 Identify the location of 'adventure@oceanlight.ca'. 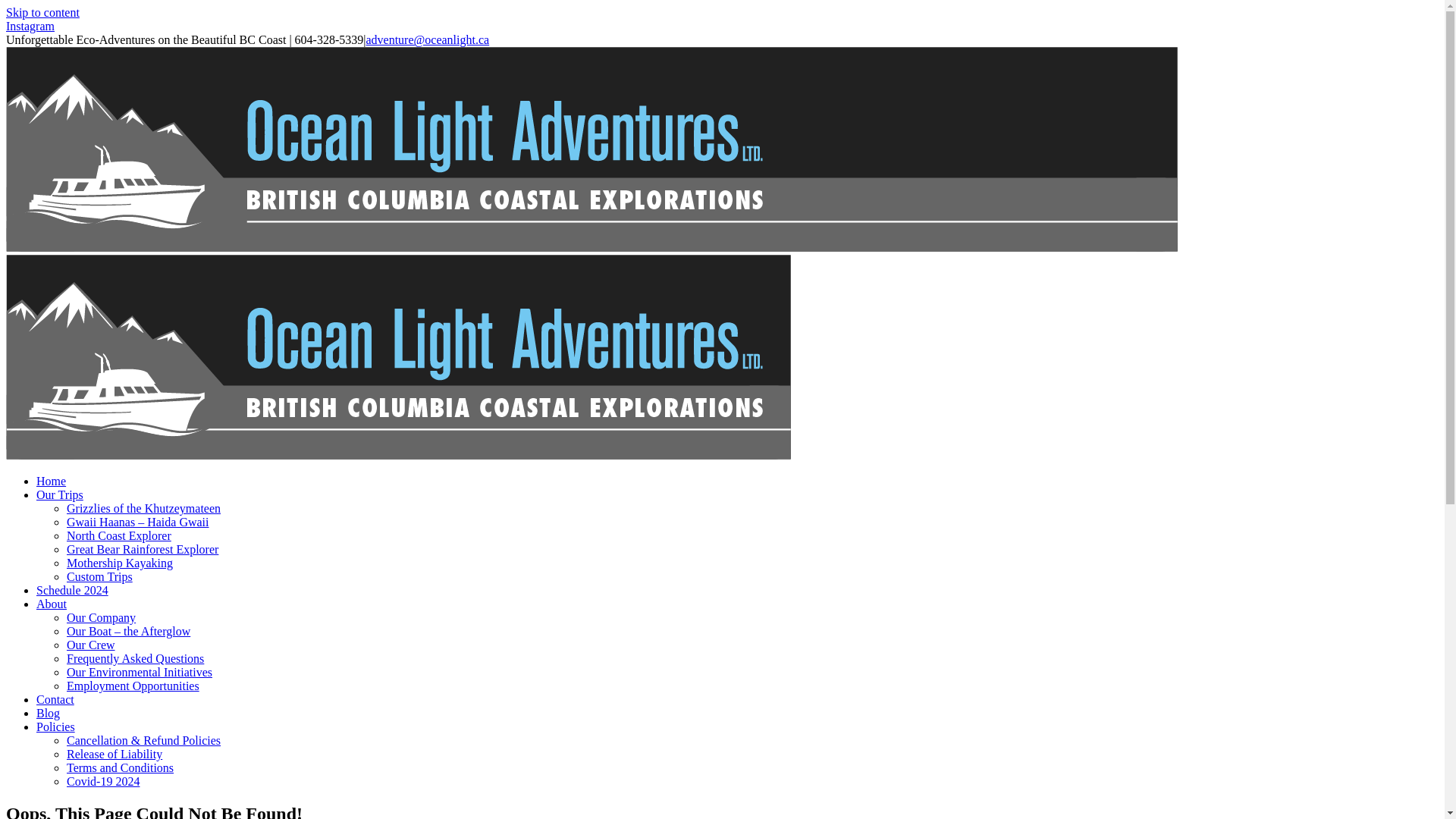
(365, 39).